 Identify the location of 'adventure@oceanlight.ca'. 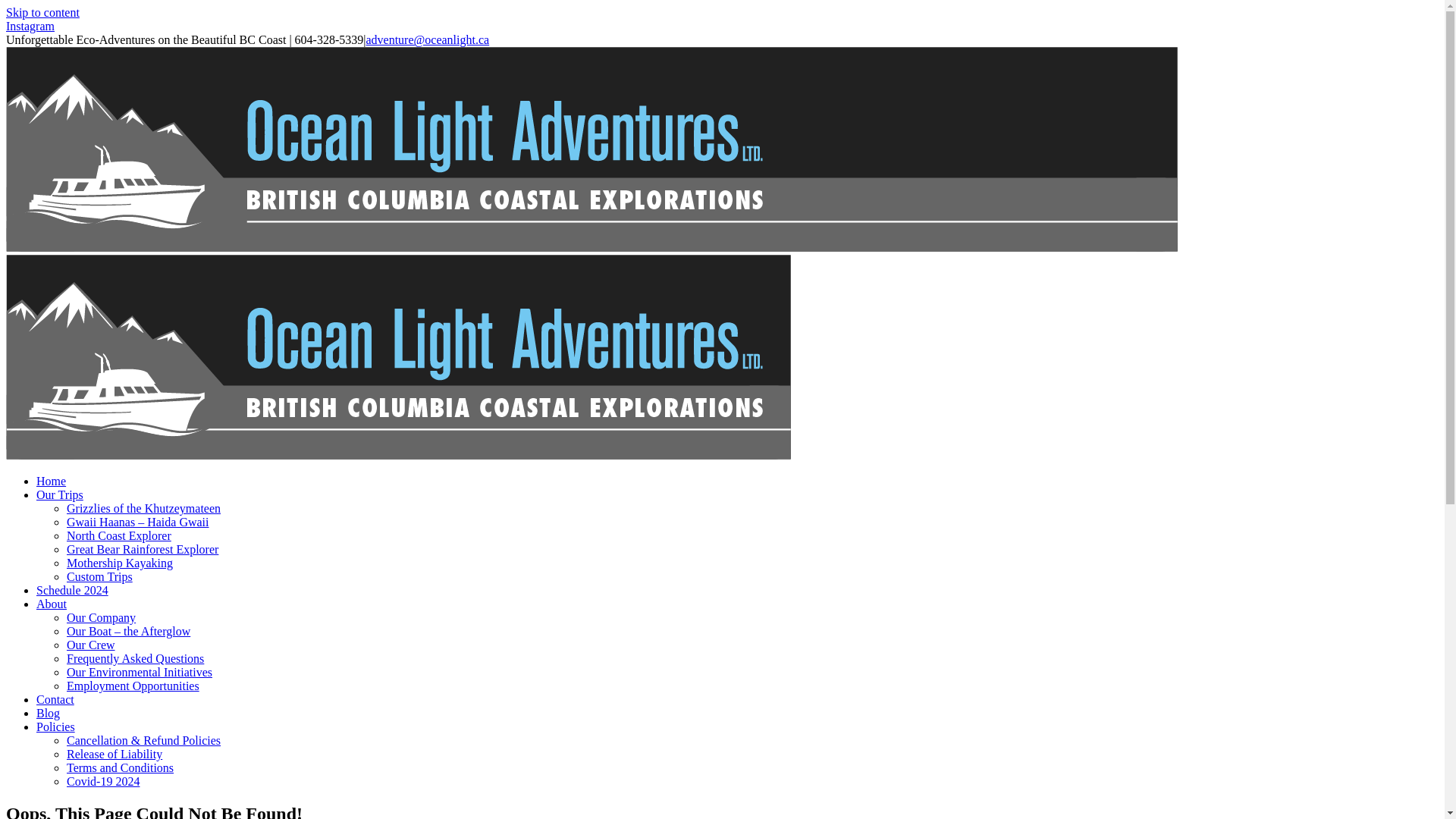
(365, 39).